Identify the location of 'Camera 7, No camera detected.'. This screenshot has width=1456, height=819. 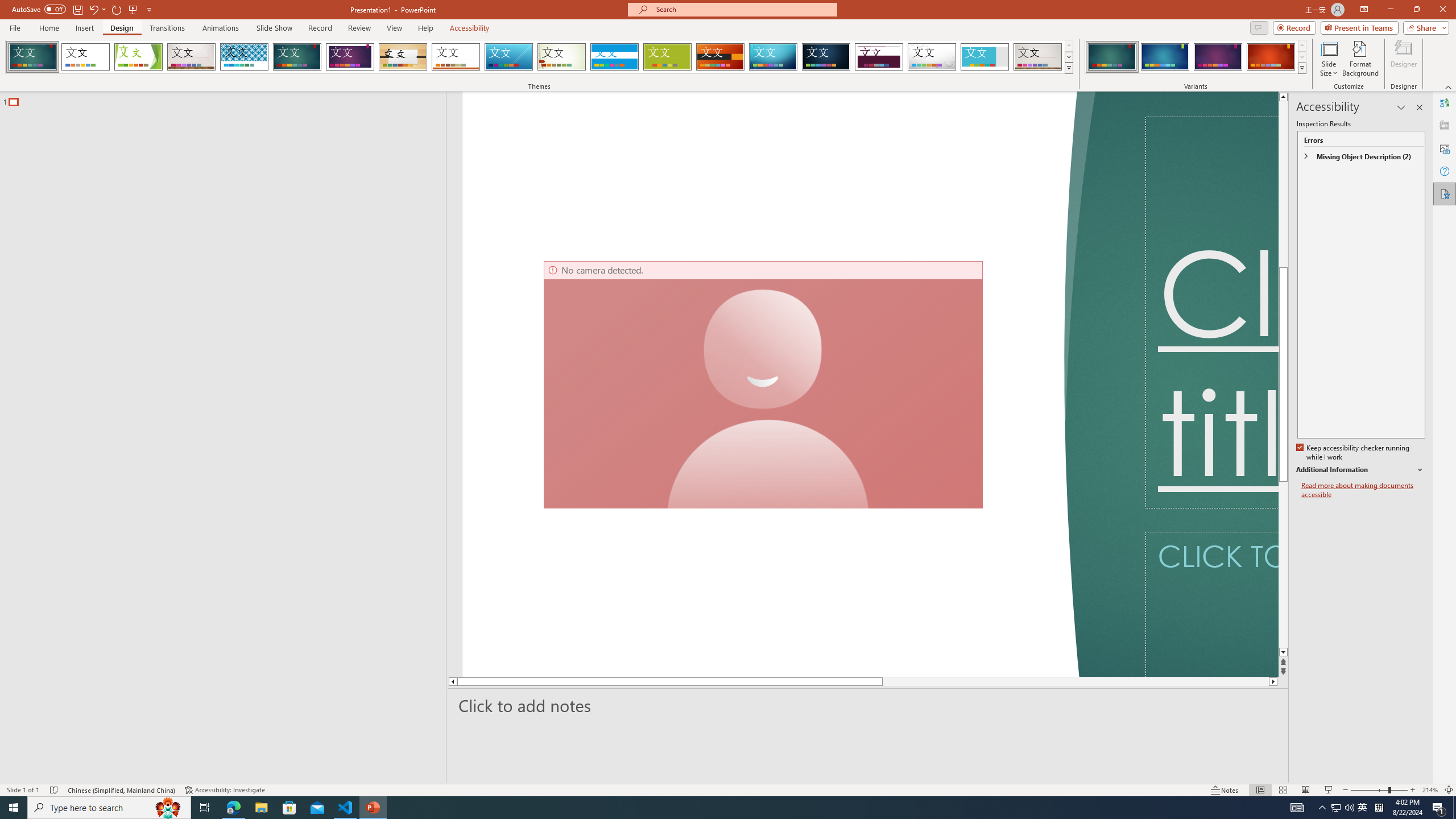
(763, 384).